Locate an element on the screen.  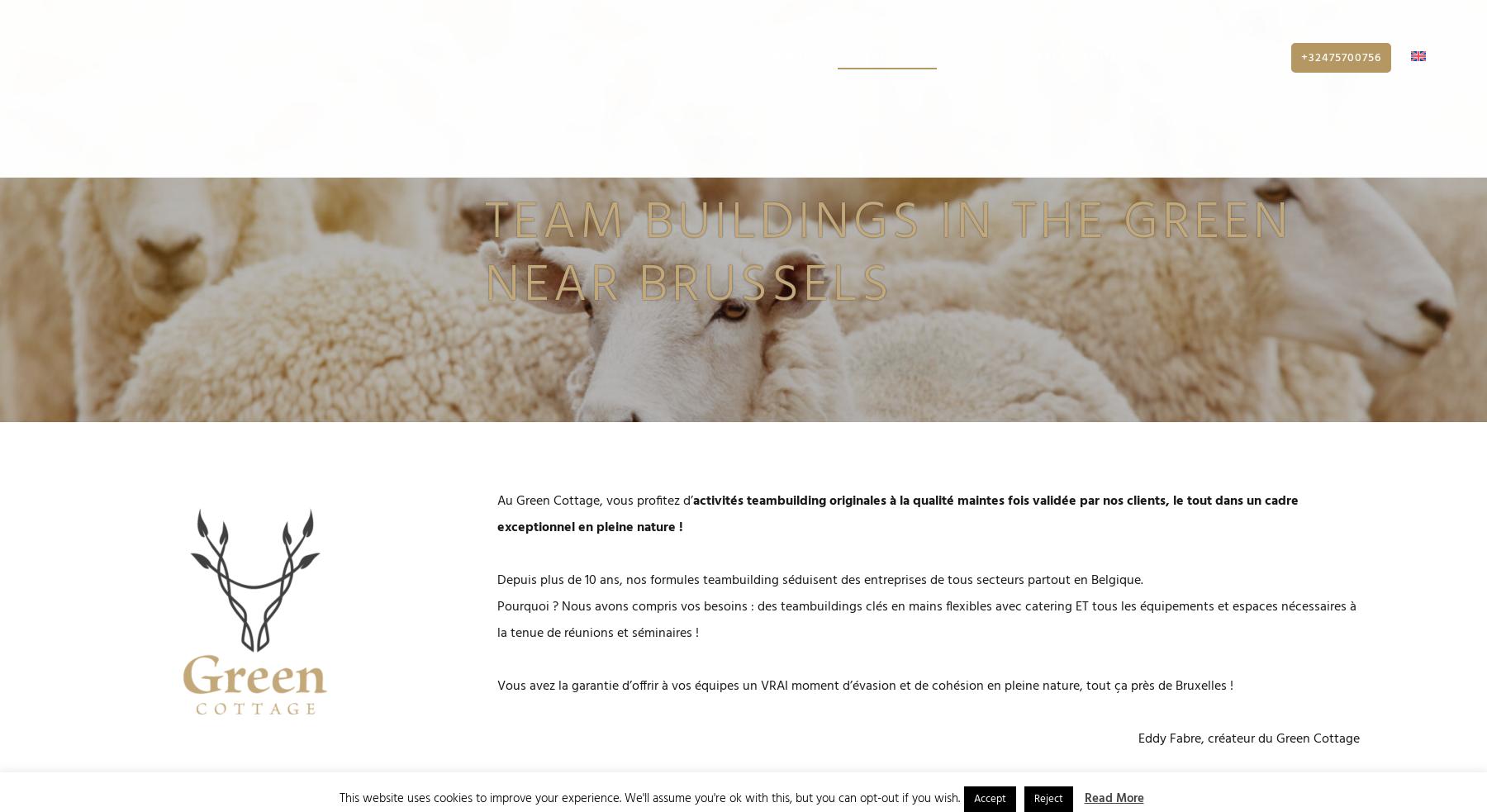
'Read More' is located at coordinates (1114, 798).